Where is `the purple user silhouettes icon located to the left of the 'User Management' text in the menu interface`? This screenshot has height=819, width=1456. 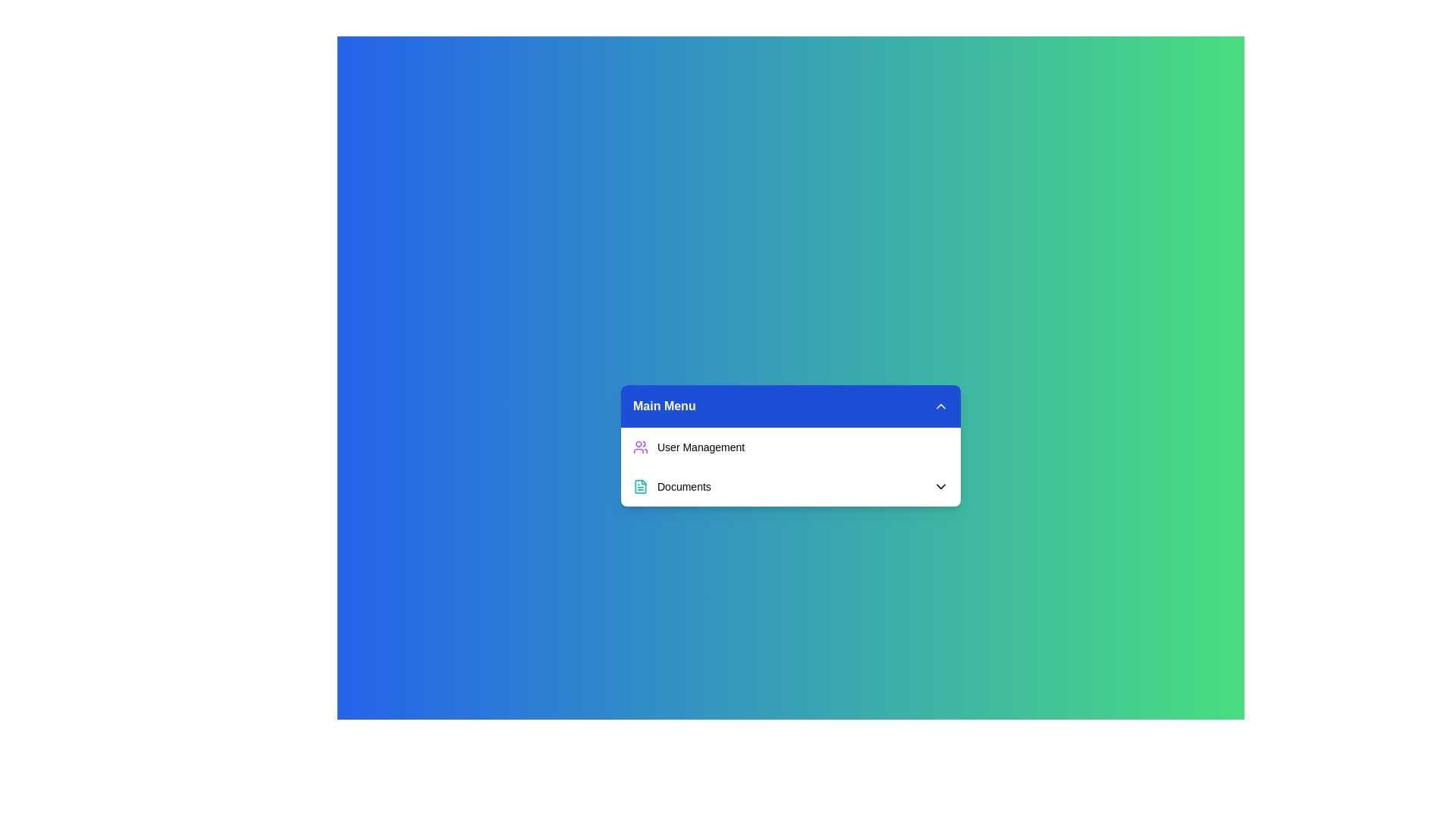 the purple user silhouettes icon located to the left of the 'User Management' text in the menu interface is located at coordinates (640, 447).